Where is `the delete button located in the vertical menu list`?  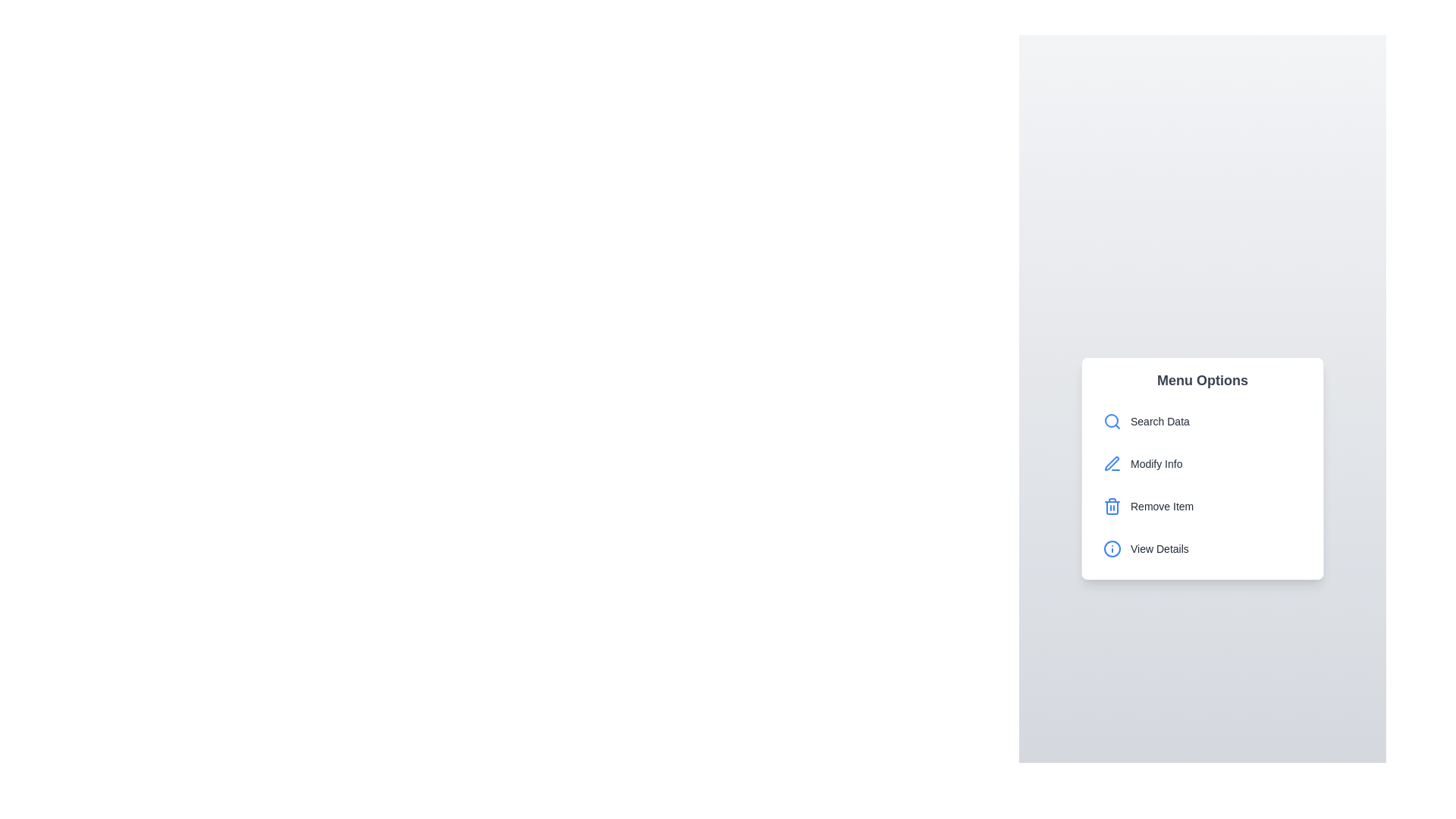
the delete button located in the vertical menu list is located at coordinates (1201, 506).